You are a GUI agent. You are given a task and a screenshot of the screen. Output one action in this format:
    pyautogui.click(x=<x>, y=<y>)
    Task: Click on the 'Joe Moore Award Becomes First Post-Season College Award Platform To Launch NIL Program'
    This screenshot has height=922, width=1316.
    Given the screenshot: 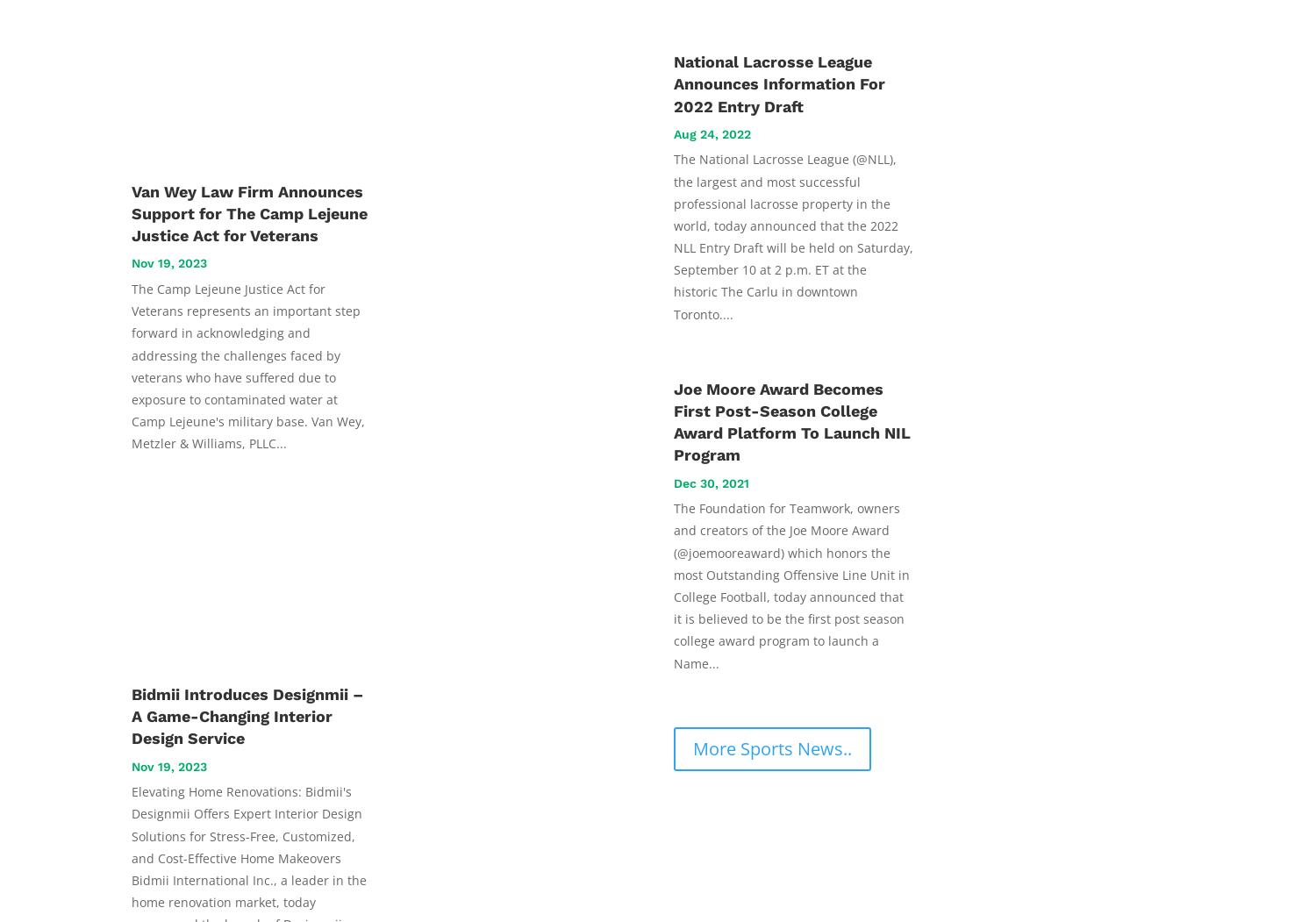 What is the action you would take?
    pyautogui.click(x=792, y=420)
    